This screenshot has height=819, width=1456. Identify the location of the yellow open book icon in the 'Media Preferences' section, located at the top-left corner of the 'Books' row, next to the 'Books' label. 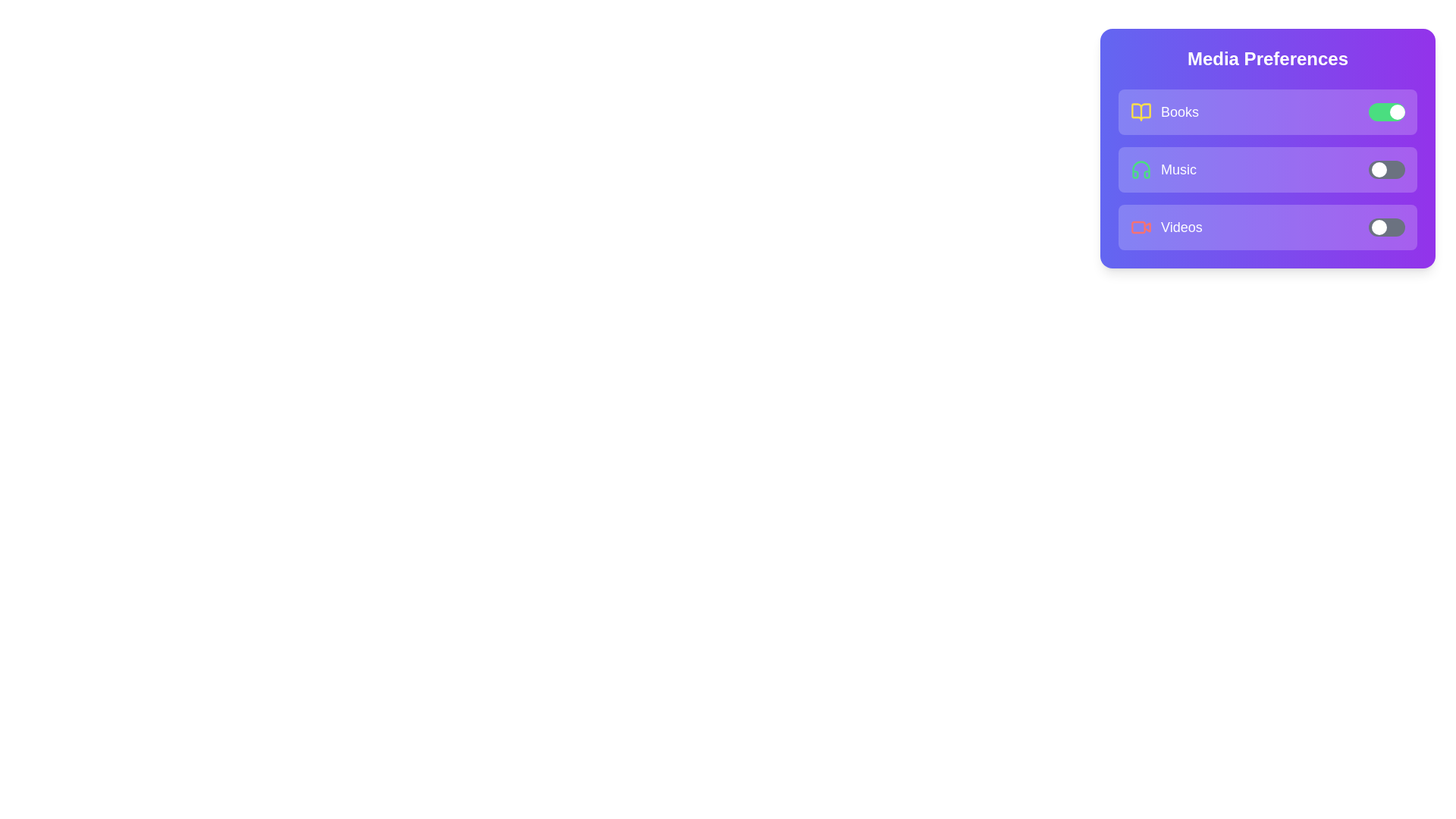
(1141, 111).